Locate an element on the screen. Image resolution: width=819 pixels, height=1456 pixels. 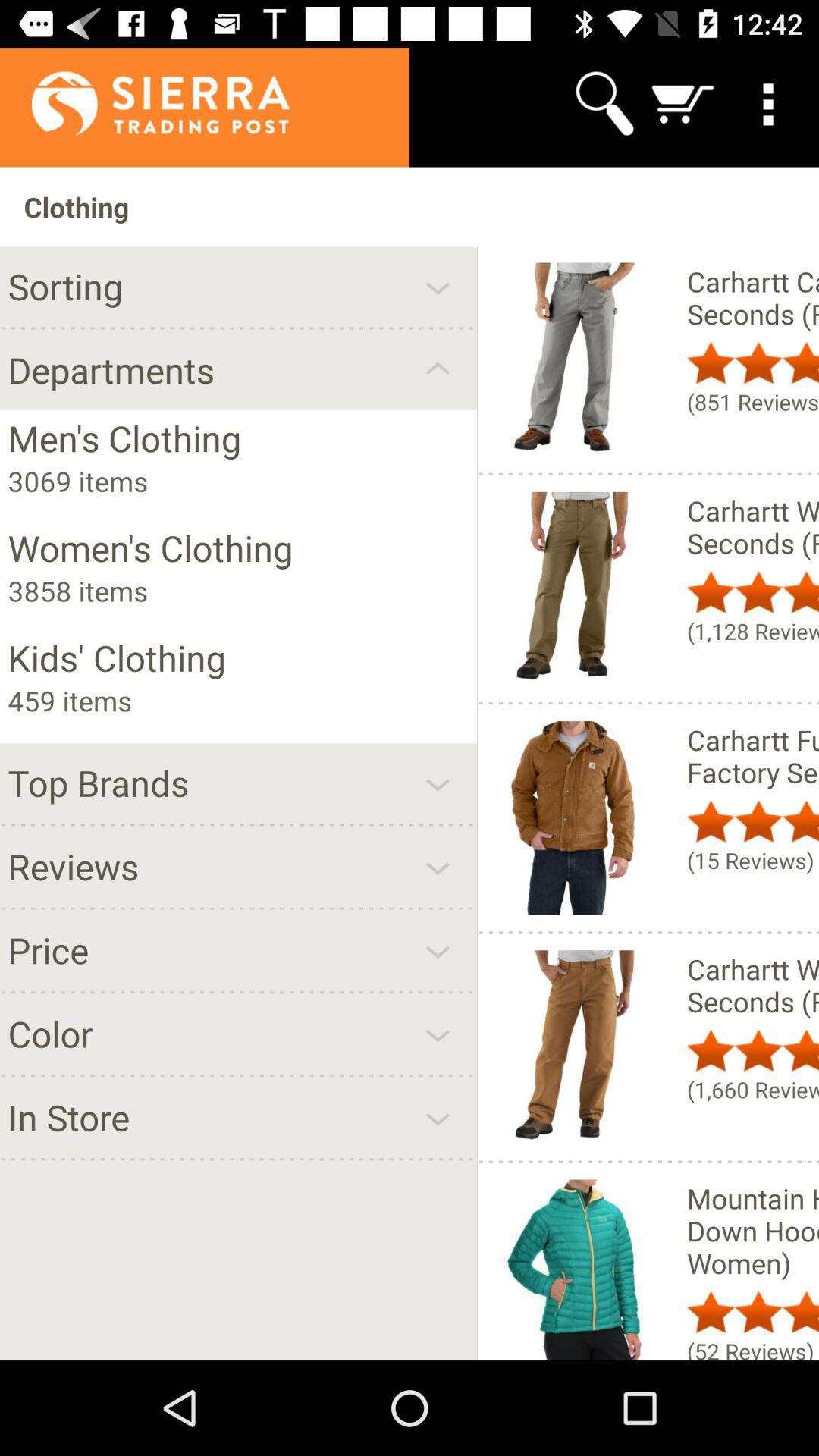
icon below (1,128 reviews) is located at coordinates (752, 756).